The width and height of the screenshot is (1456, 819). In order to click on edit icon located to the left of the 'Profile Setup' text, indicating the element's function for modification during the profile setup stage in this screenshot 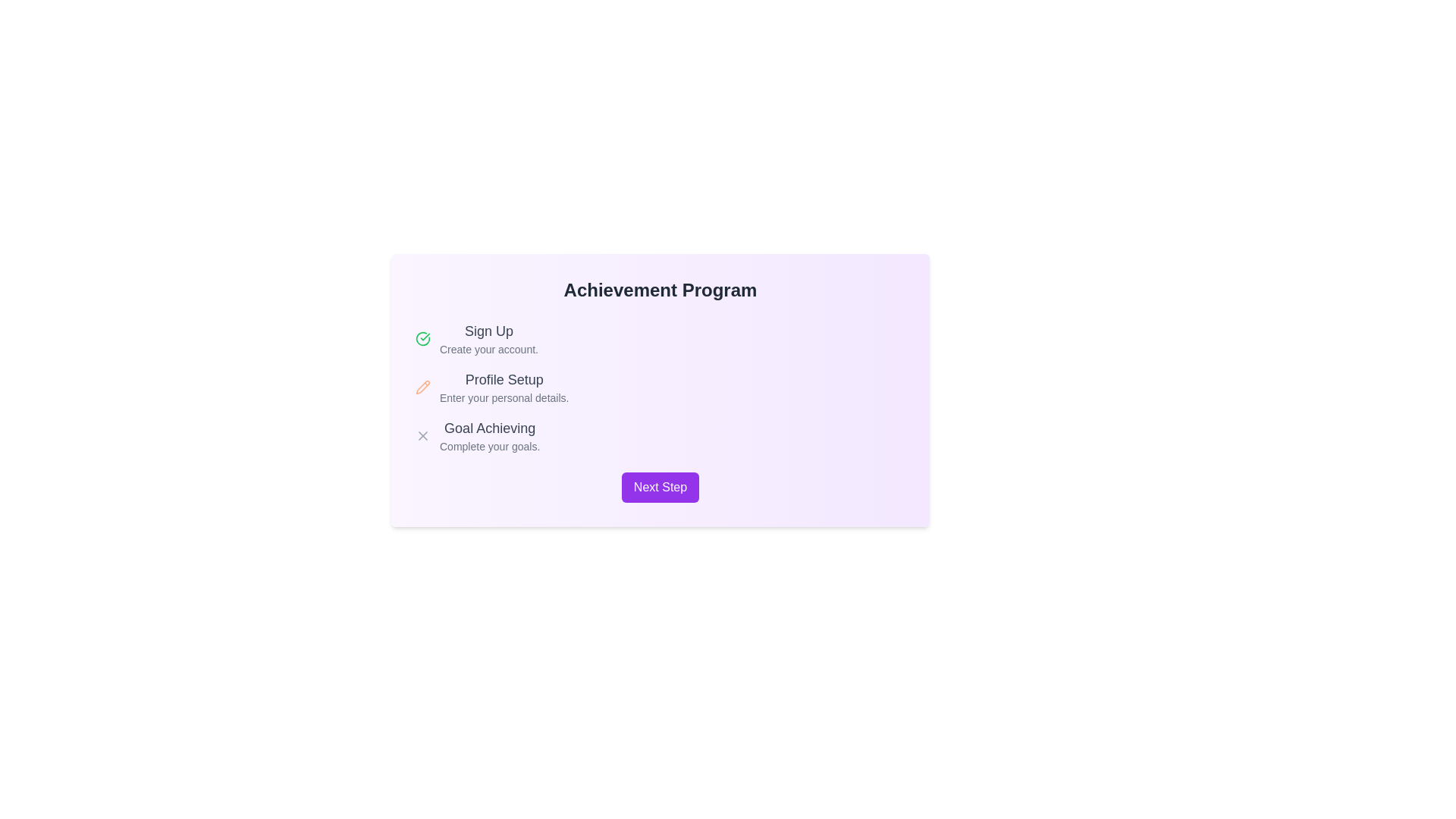, I will do `click(422, 385)`.